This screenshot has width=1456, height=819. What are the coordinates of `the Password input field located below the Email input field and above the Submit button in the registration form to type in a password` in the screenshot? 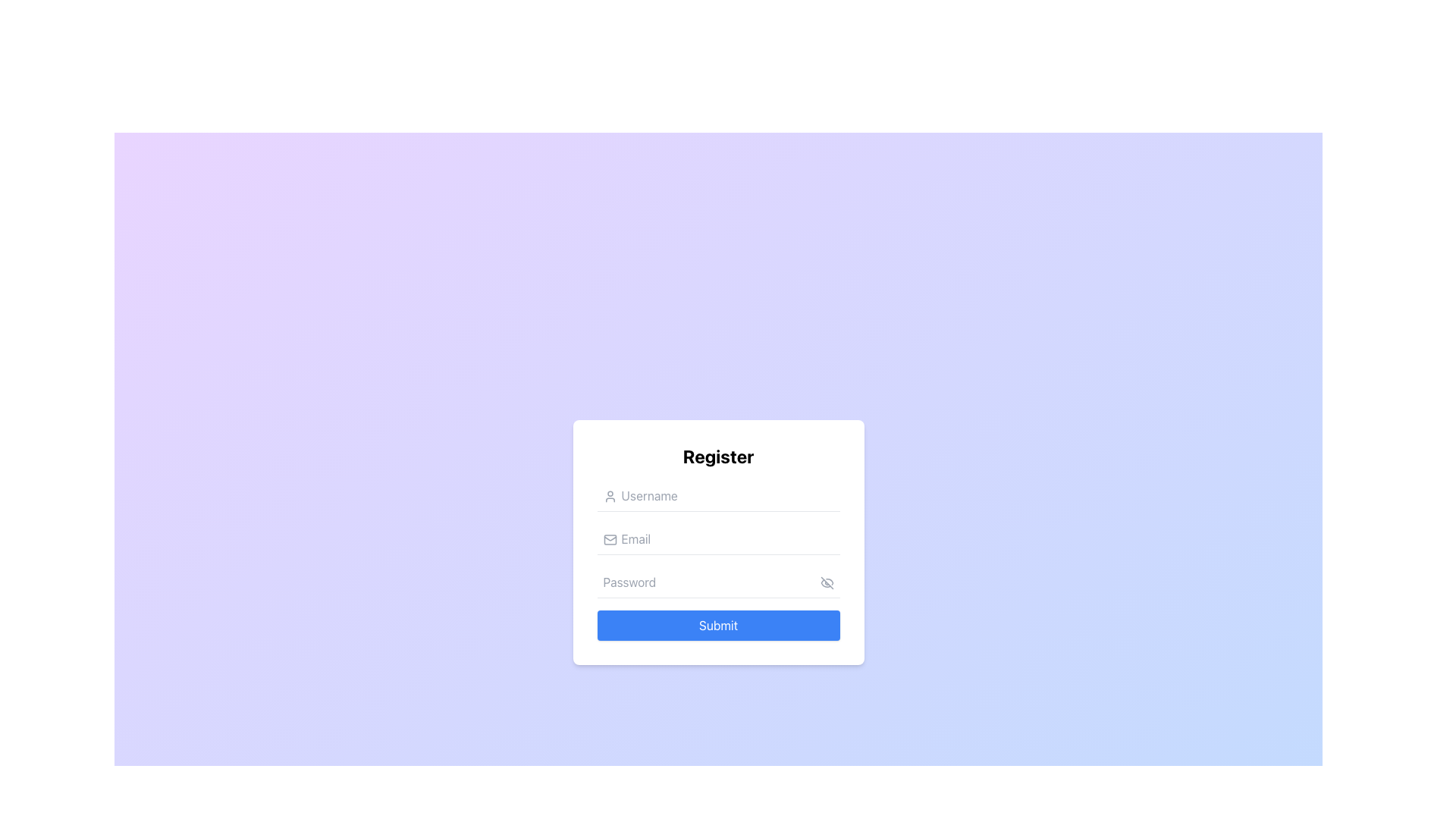 It's located at (717, 581).